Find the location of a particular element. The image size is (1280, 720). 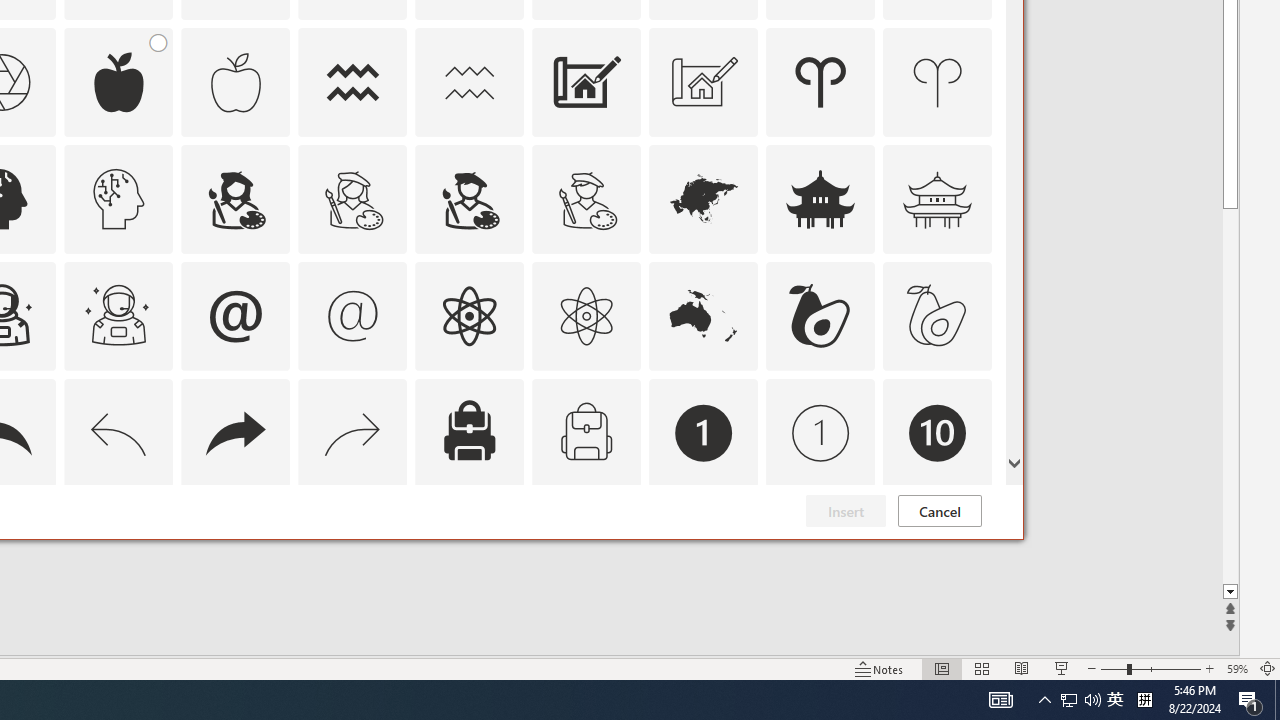

'AutomationID: Icons_Apple_M' is located at coordinates (235, 81).